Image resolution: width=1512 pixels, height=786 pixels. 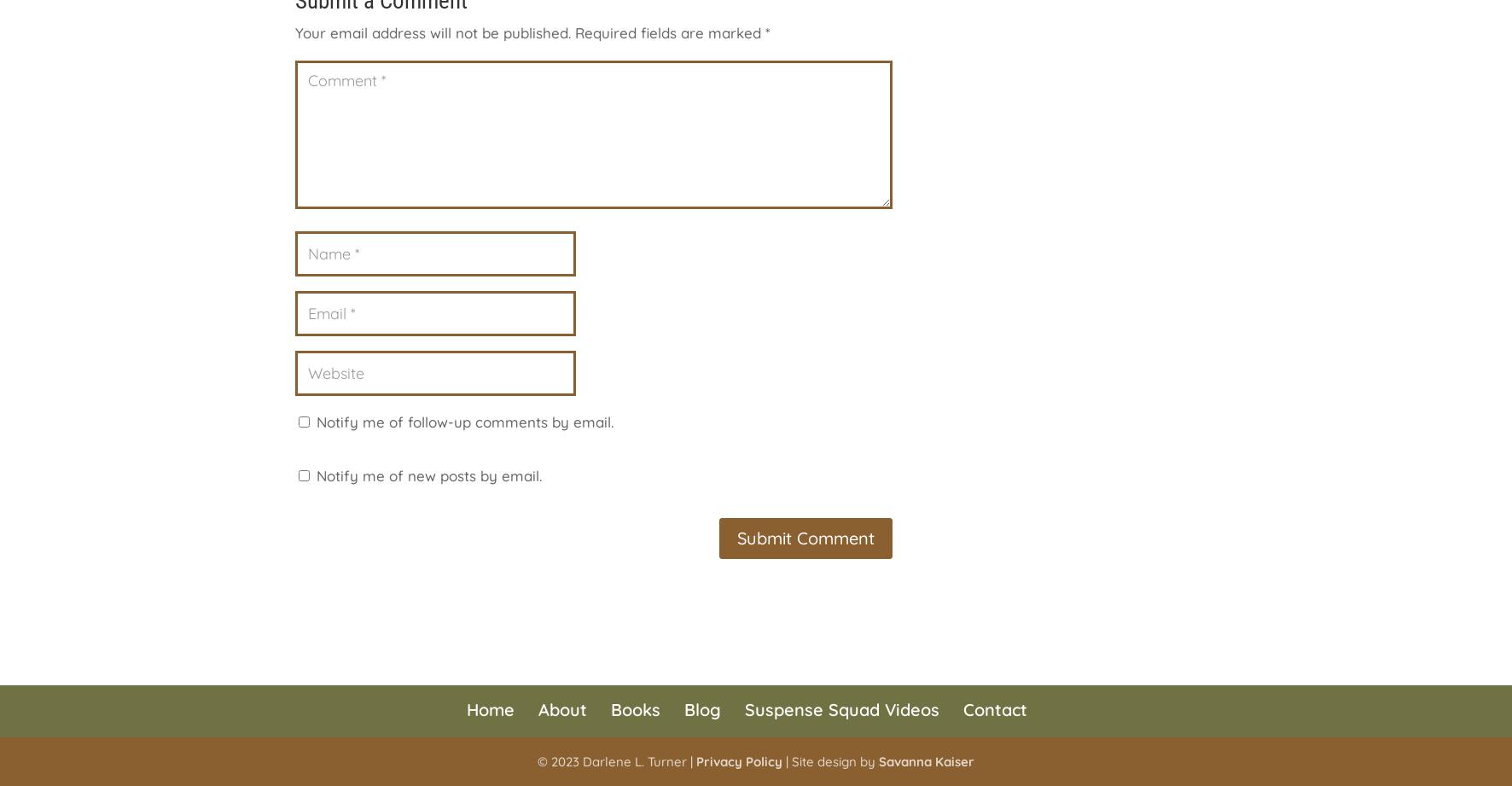 What do you see at coordinates (805, 537) in the screenshot?
I see `'Submit Comment'` at bounding box center [805, 537].